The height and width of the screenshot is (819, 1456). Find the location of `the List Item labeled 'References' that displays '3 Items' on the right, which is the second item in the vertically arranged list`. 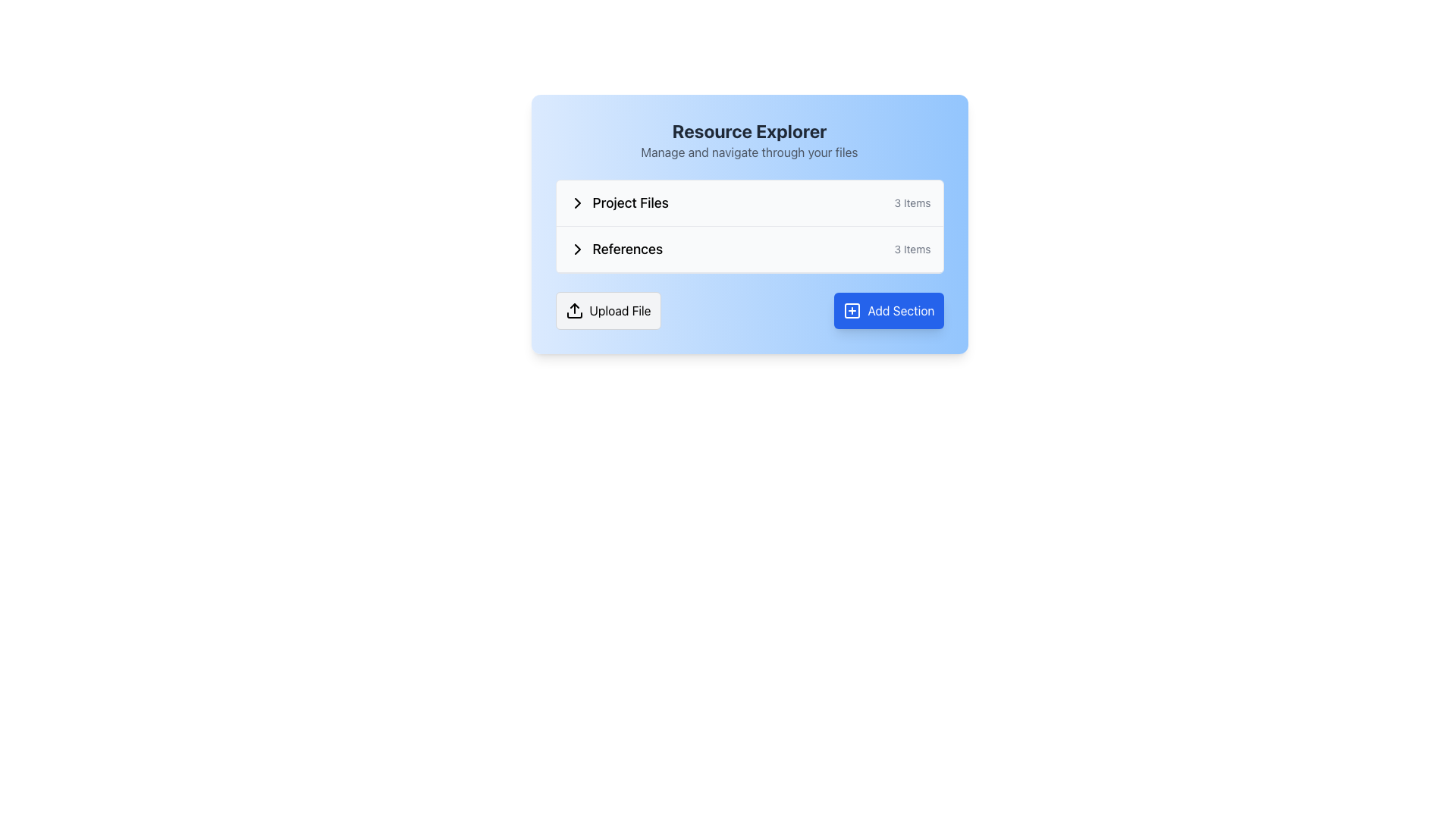

the List Item labeled 'References' that displays '3 Items' on the right, which is the second item in the vertically arranged list is located at coordinates (749, 249).